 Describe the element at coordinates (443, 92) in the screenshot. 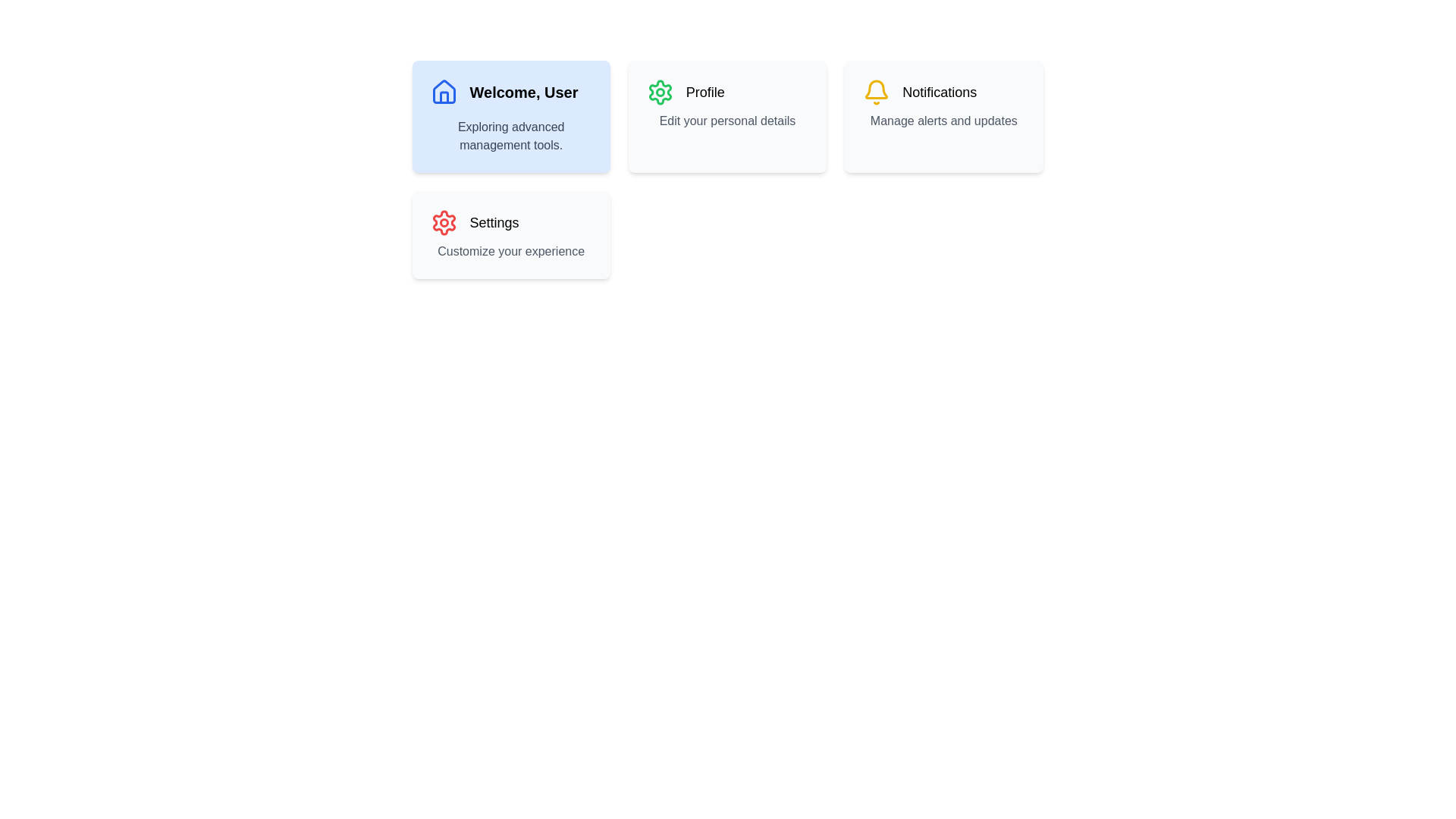

I see `the home icon within the 'Welcome, User' section on the left side of the interface for additional context` at that location.